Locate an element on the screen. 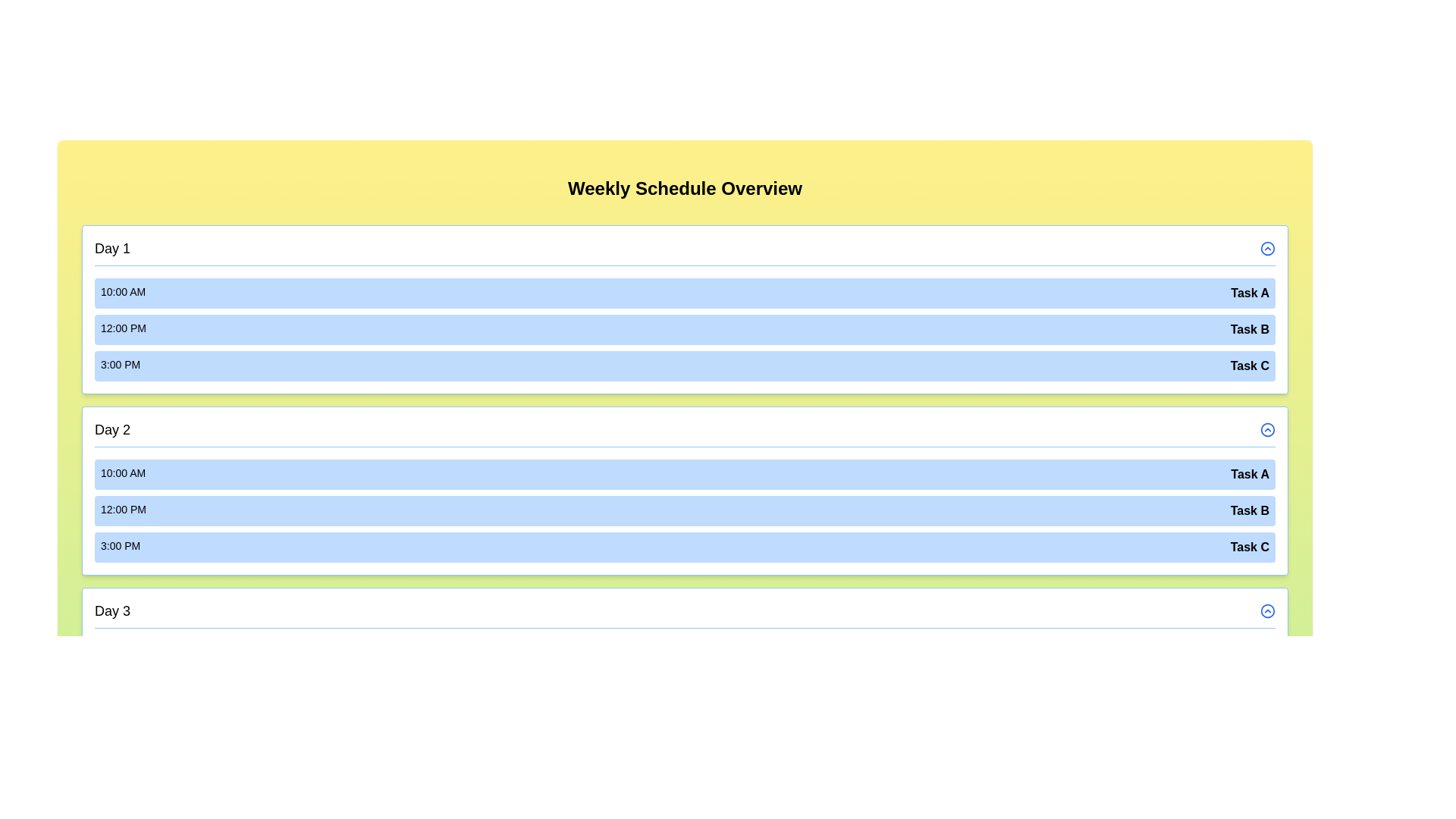  the event labeled 'Task A' on 'Day 1' to display additional information is located at coordinates (684, 293).